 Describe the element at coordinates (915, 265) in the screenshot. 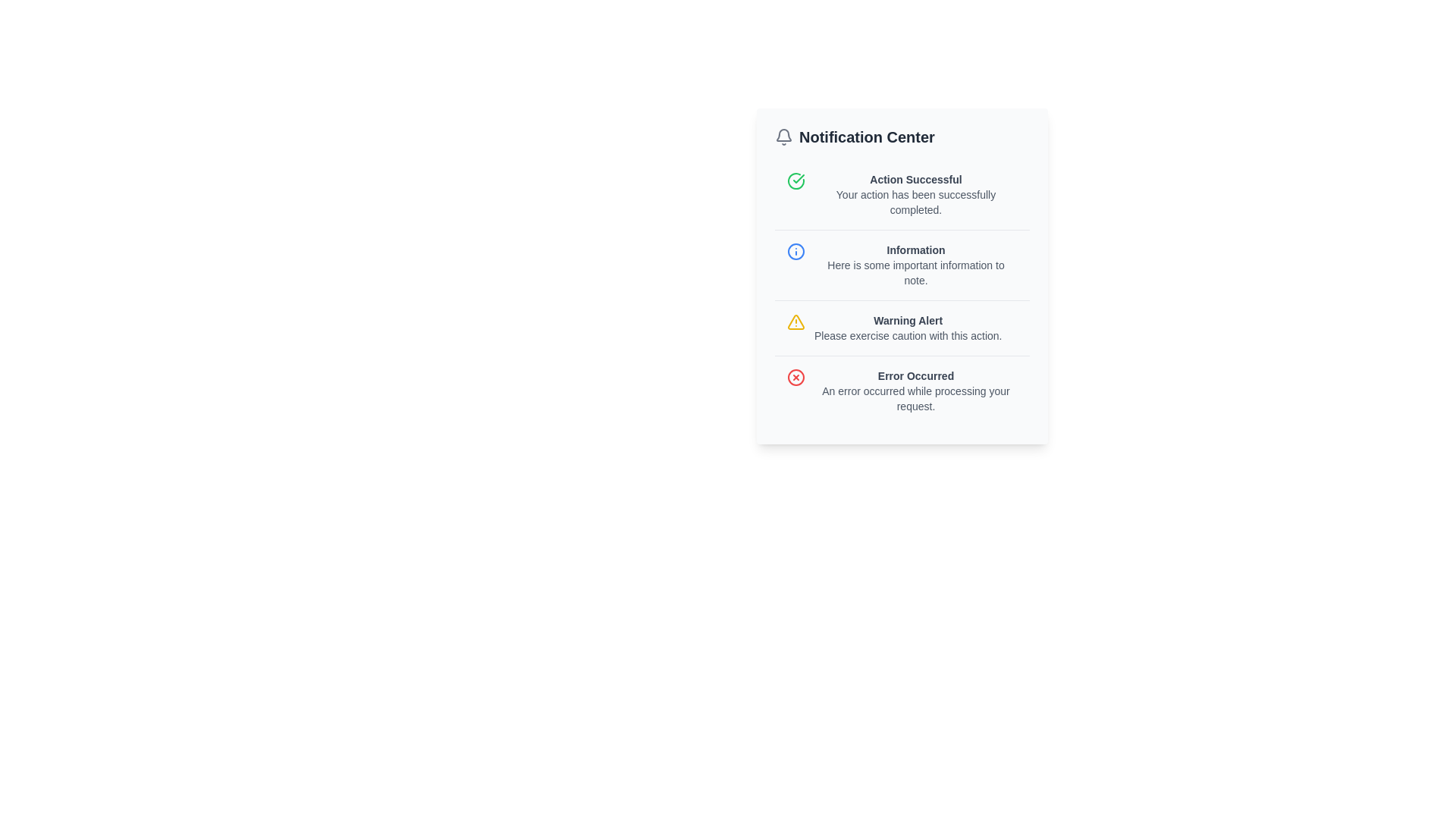

I see `the Informational block located in the Notification Center, which is the second entry in the list, positioned below 'Action Successful' and above 'Warning Alert'` at that location.